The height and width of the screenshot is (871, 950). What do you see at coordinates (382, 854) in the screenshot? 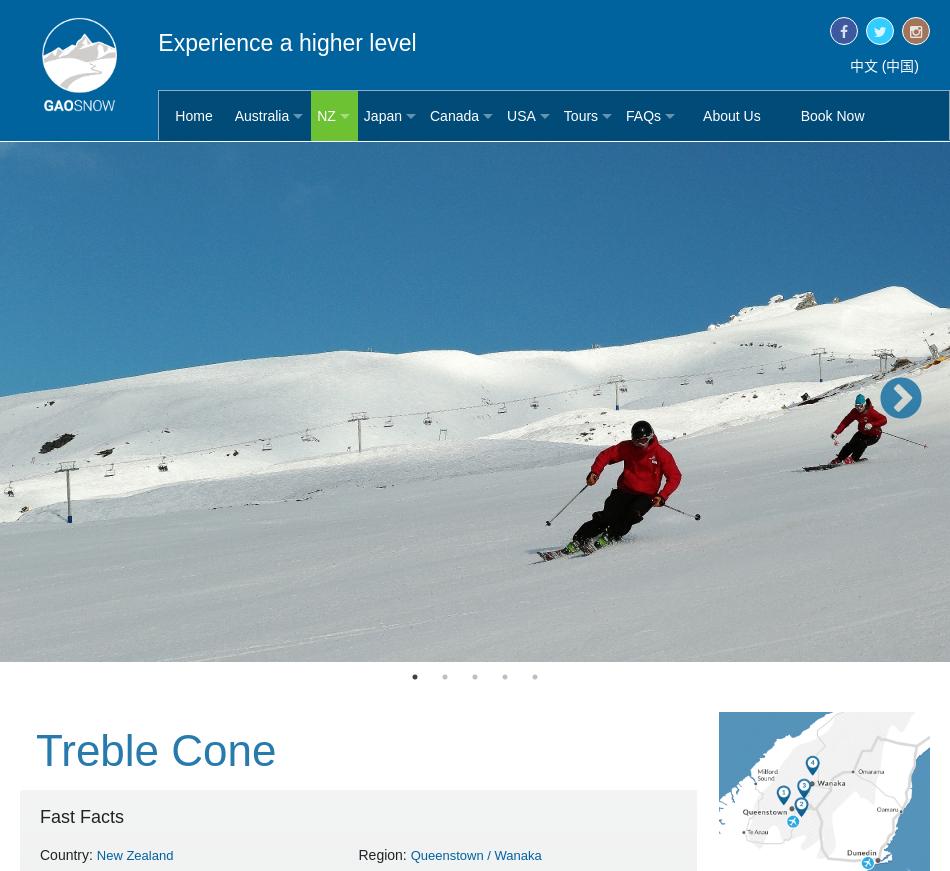
I see `'Region:'` at bounding box center [382, 854].